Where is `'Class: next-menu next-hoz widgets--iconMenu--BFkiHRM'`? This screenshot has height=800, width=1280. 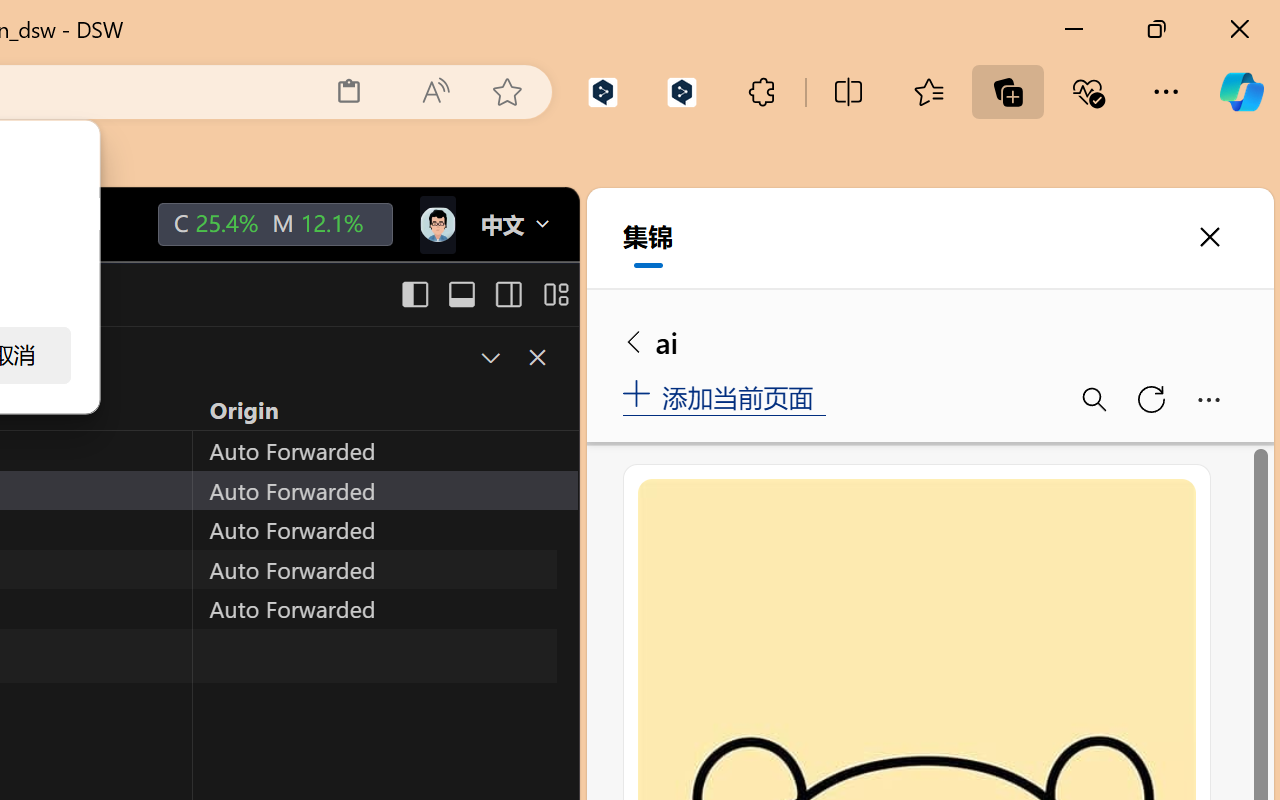
'Class: next-menu next-hoz widgets--iconMenu--BFkiHRM' is located at coordinates (435, 225).